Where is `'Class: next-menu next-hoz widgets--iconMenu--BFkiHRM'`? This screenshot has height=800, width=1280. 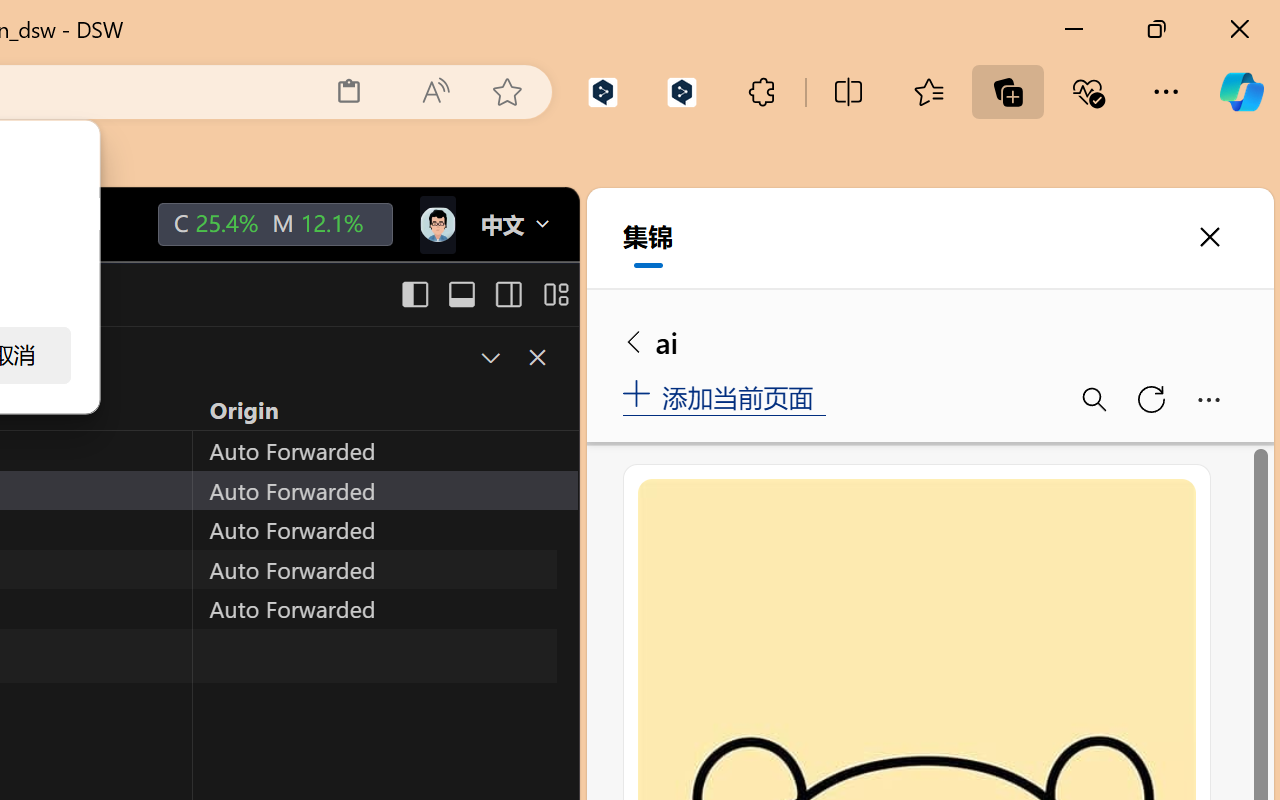
'Class: next-menu next-hoz widgets--iconMenu--BFkiHRM' is located at coordinates (435, 225).